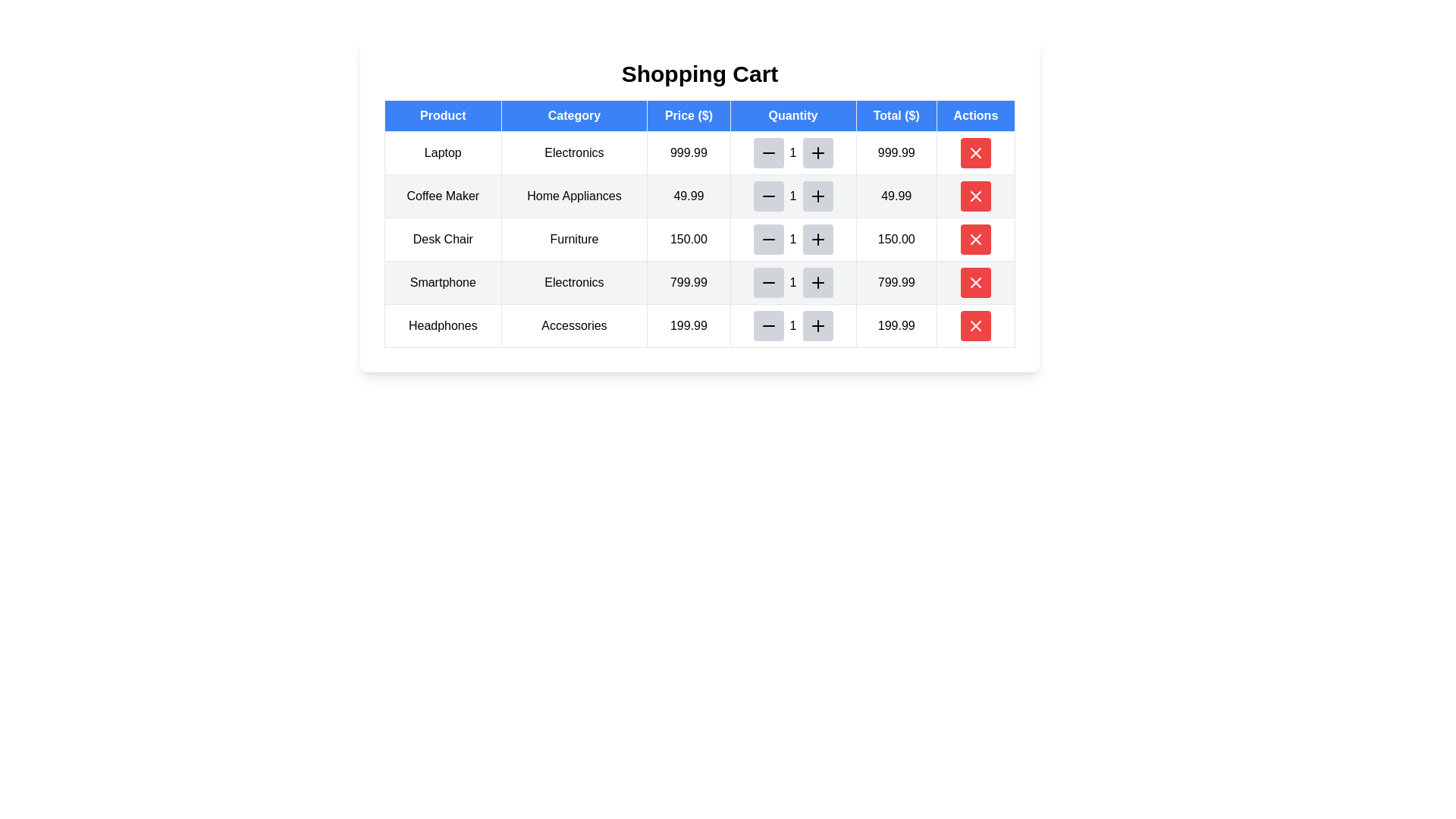 The width and height of the screenshot is (1456, 819). What do you see at coordinates (896, 239) in the screenshot?
I see `the text label displaying '150.00' in the 'Total ($)' column of the 'Desk Chair' row` at bounding box center [896, 239].